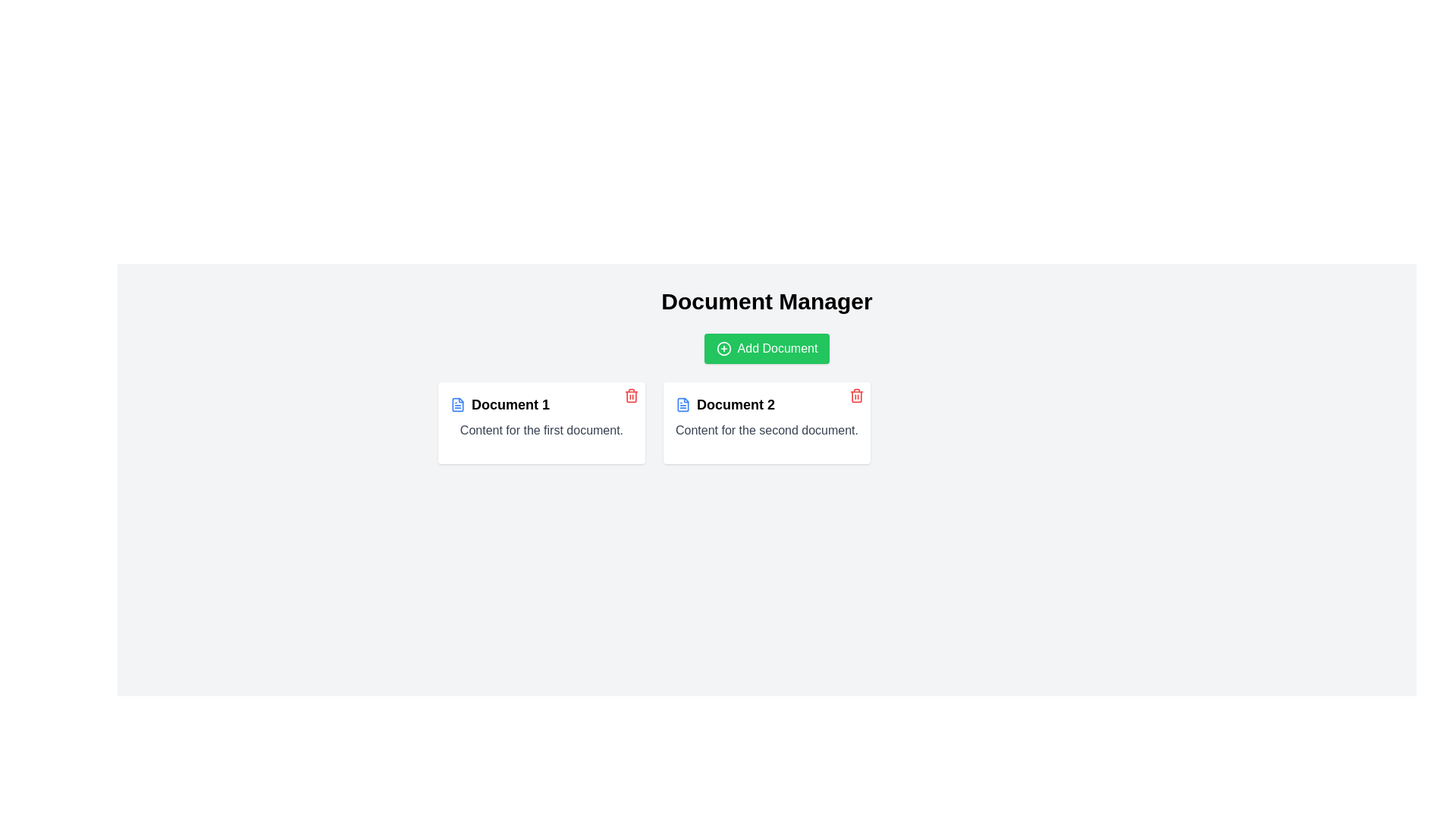 This screenshot has height=819, width=1456. What do you see at coordinates (767, 430) in the screenshot?
I see `the text element displaying 'Content for the second document.' located within the card labeled 'Document 2'` at bounding box center [767, 430].